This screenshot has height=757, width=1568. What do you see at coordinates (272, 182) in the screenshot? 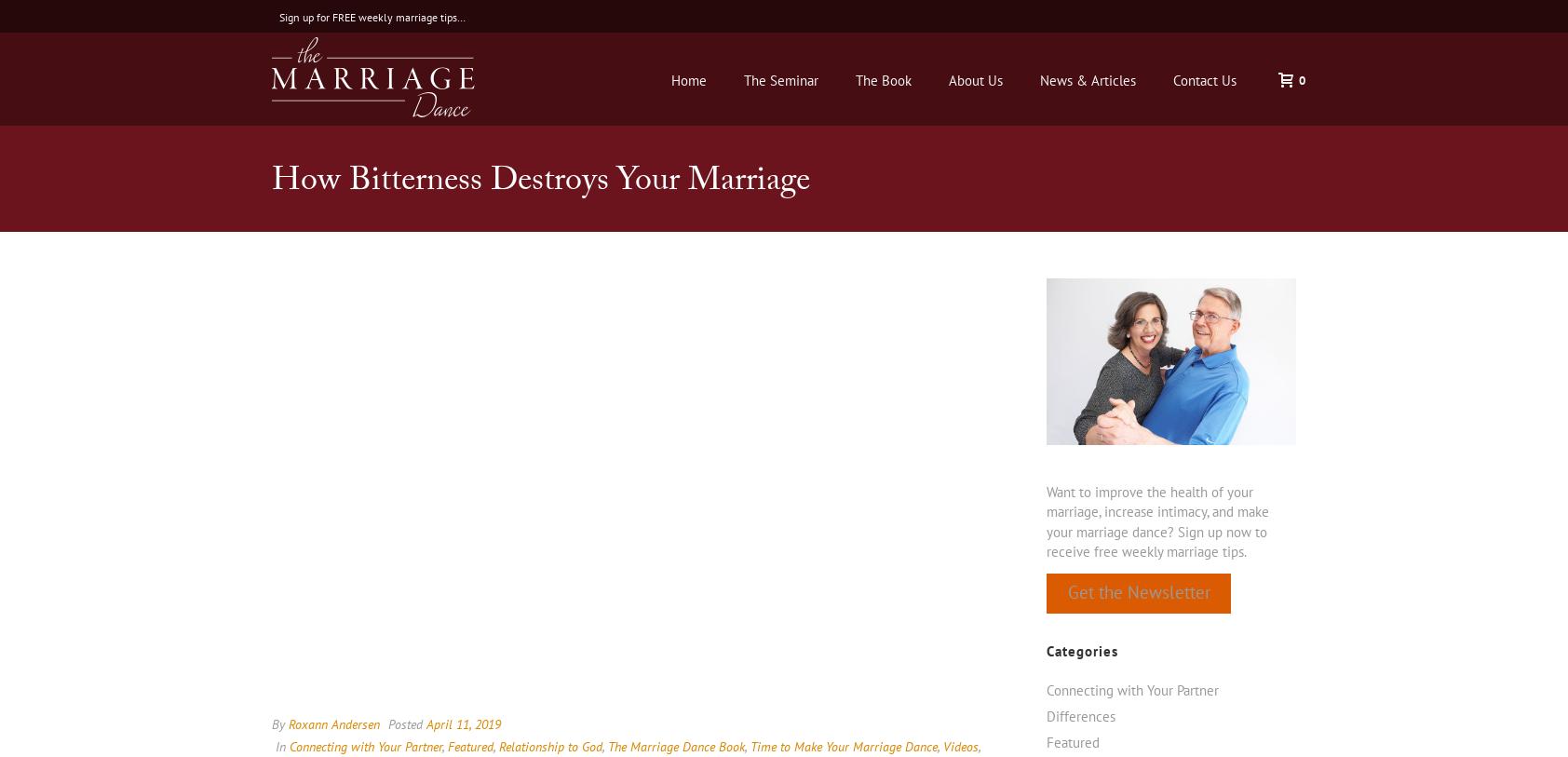
I see `'How Bitterness Destroys Your Marriage'` at bounding box center [272, 182].